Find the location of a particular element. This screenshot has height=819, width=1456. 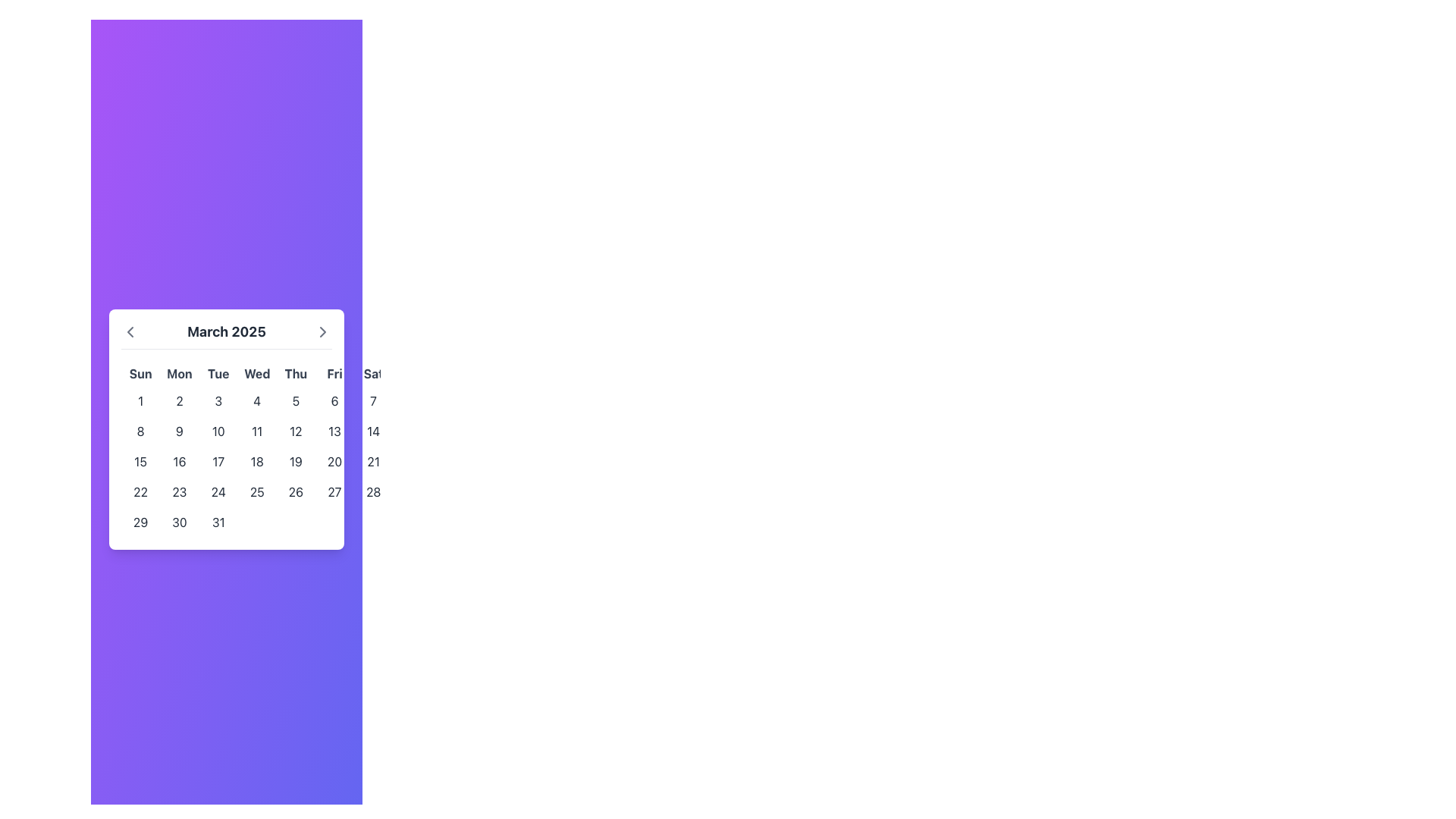

the button that navigates to the previous month in the calendar application, located in the top-left corner of the calendar header, to change its color is located at coordinates (130, 331).